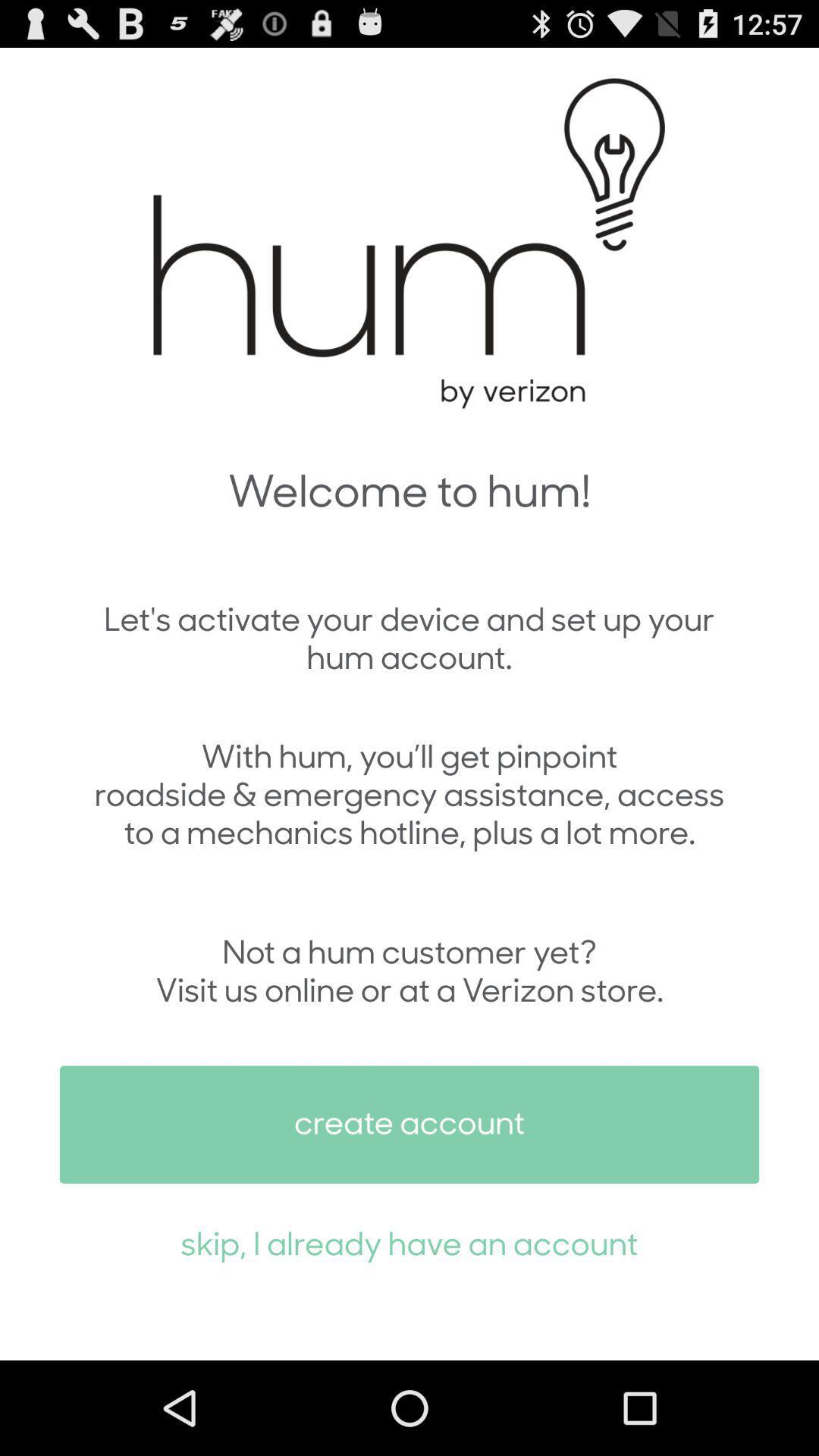  I want to click on the skip i already icon, so click(409, 1242).